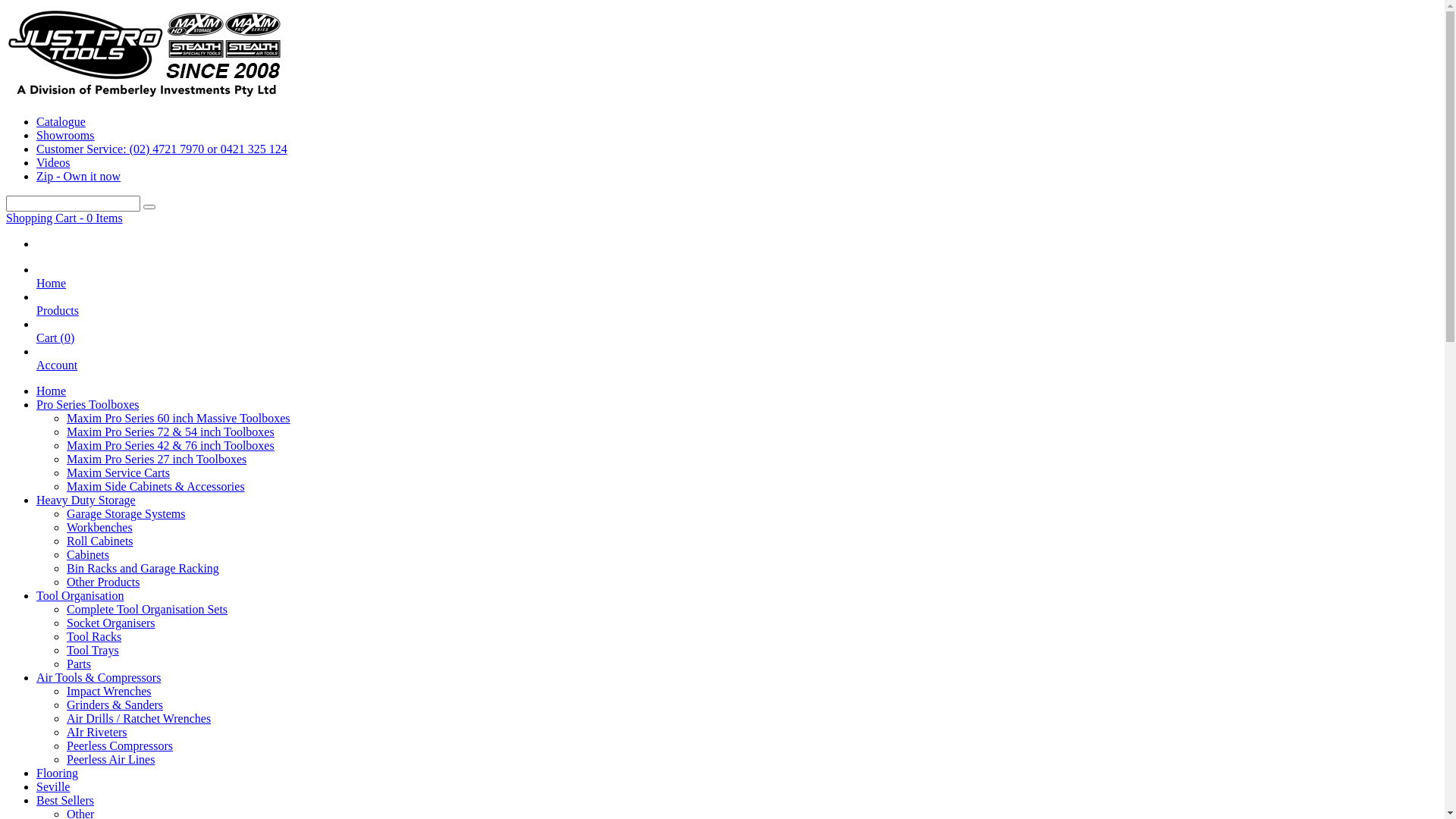 Image resolution: width=1456 pixels, height=819 pixels. Describe the element at coordinates (99, 540) in the screenshot. I see `'Roll Cabinets'` at that location.